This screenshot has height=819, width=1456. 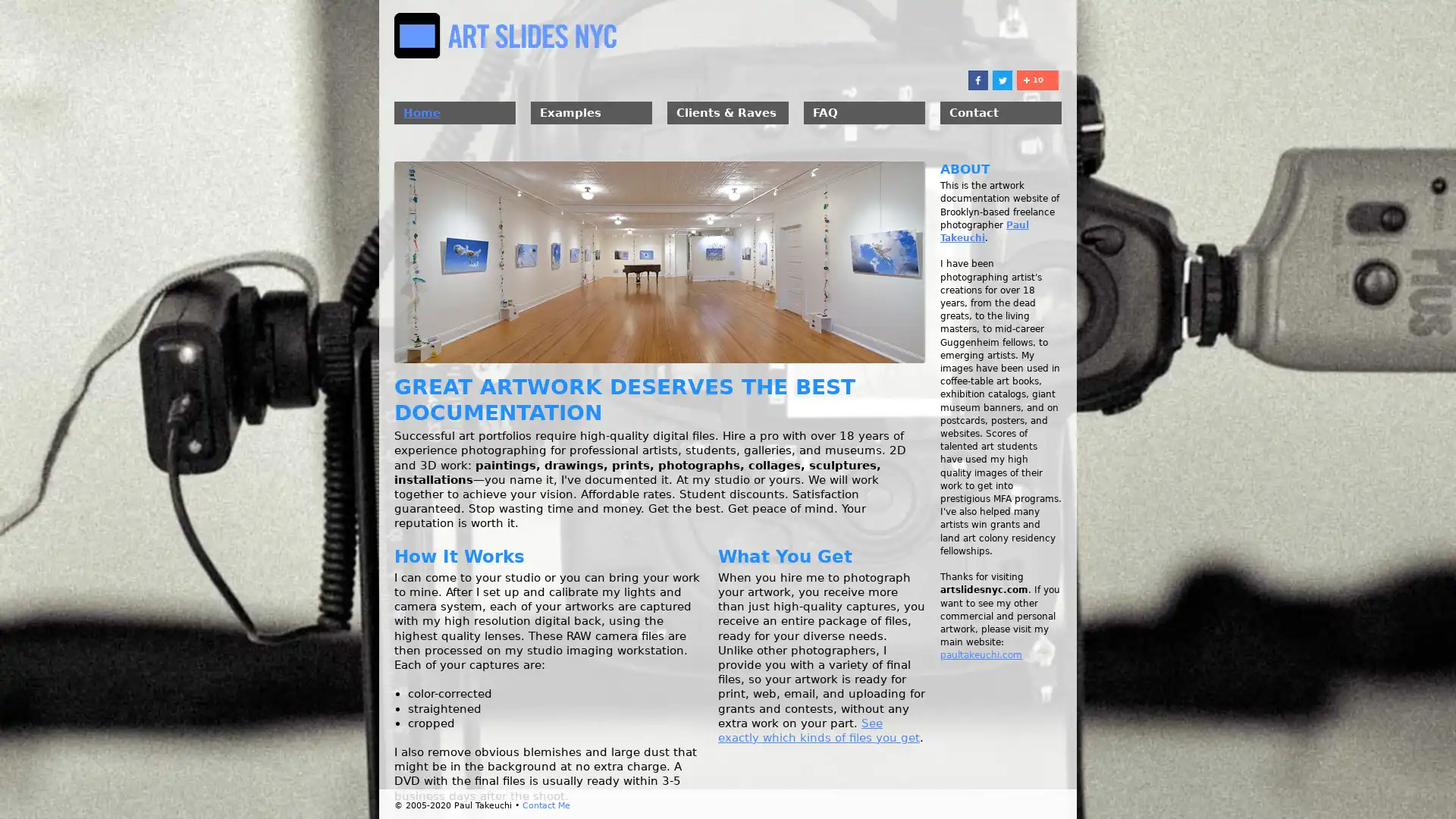 What do you see at coordinates (983, 79) in the screenshot?
I see `Share to Facebook` at bounding box center [983, 79].